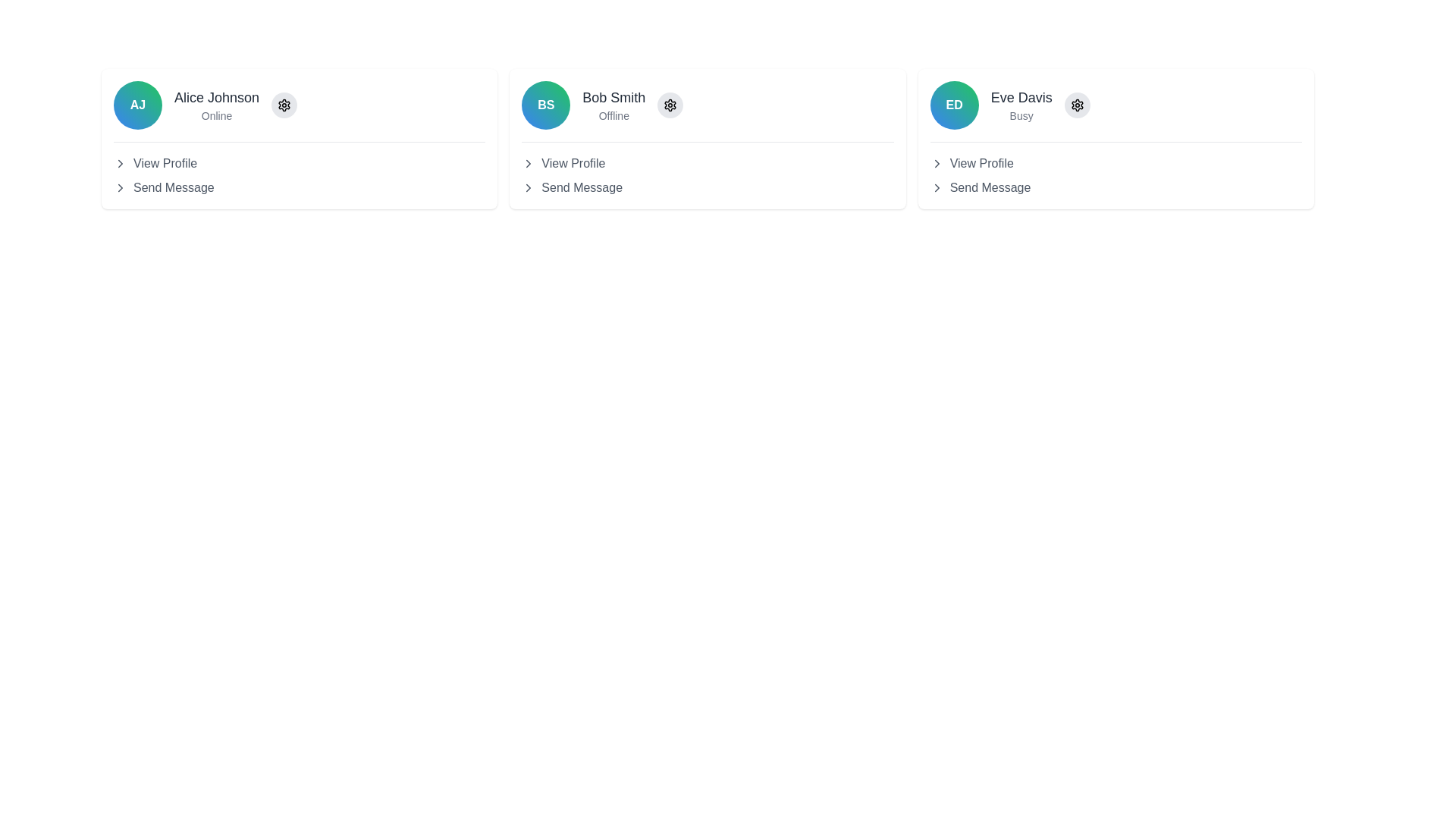  I want to click on the Interactive List containing 'View Profile' and 'Send Message', so click(707, 174).